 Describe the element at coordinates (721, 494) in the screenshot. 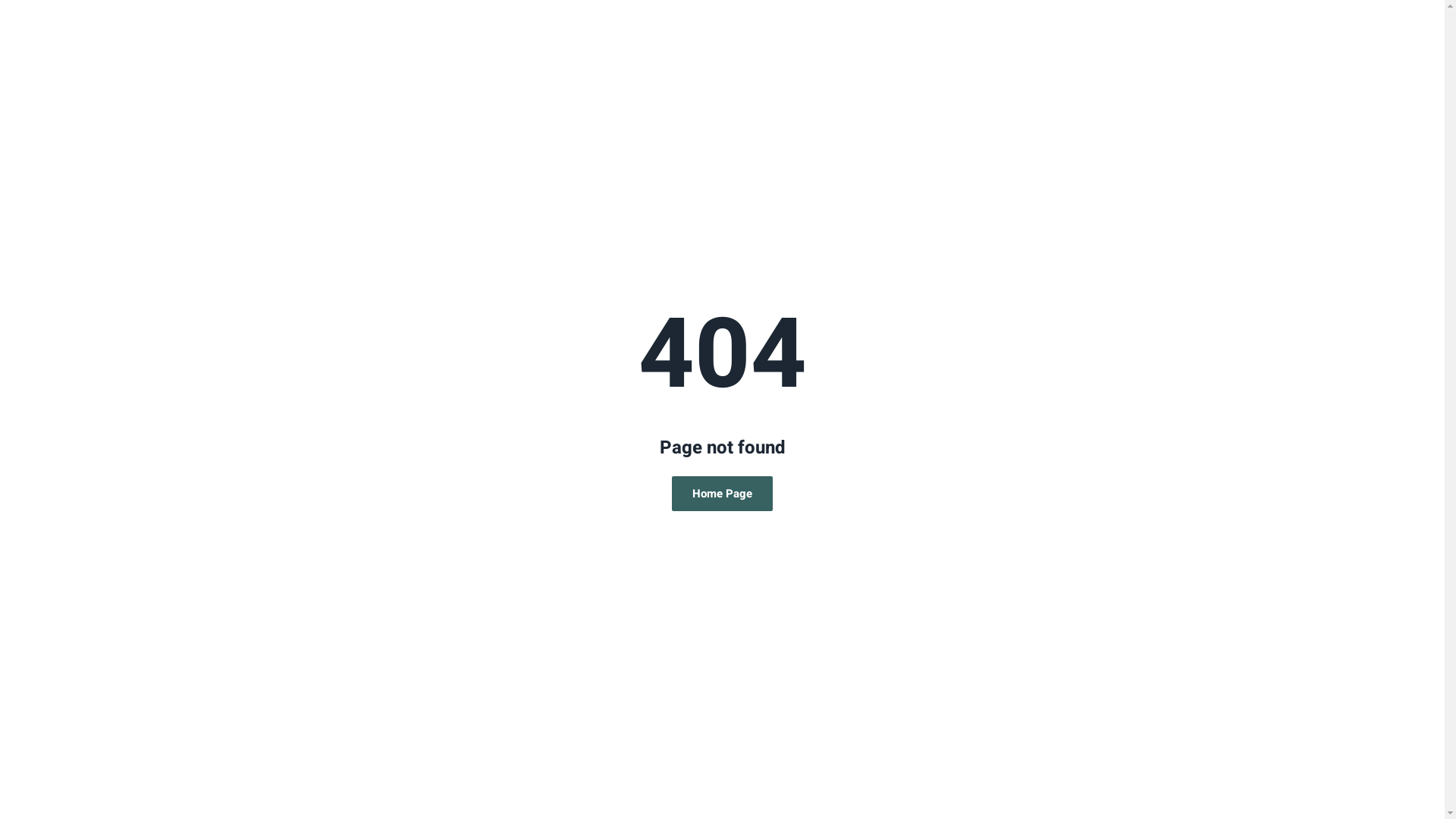

I see `'Home Page'` at that location.